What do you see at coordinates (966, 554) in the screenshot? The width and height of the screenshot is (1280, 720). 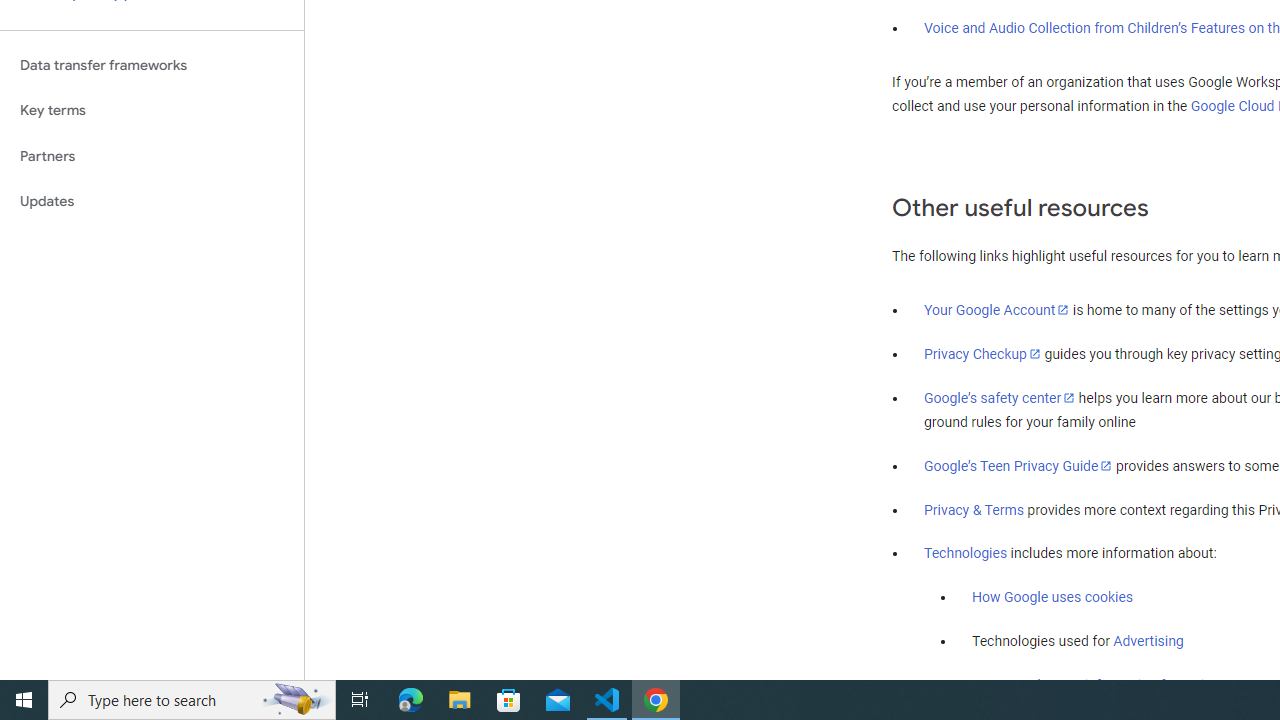 I see `'Technologies'` at bounding box center [966, 554].